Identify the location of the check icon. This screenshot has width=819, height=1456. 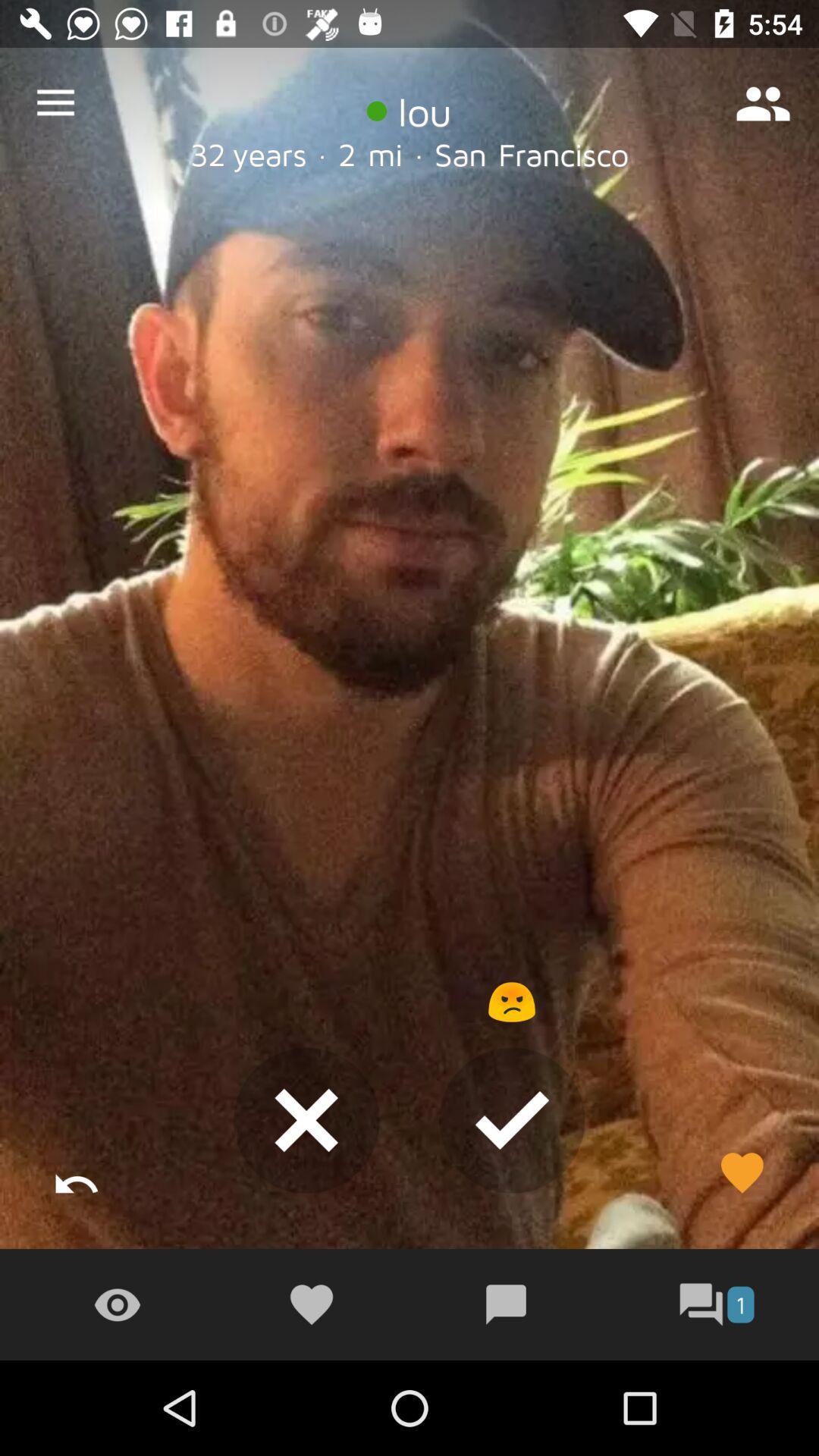
(512, 1120).